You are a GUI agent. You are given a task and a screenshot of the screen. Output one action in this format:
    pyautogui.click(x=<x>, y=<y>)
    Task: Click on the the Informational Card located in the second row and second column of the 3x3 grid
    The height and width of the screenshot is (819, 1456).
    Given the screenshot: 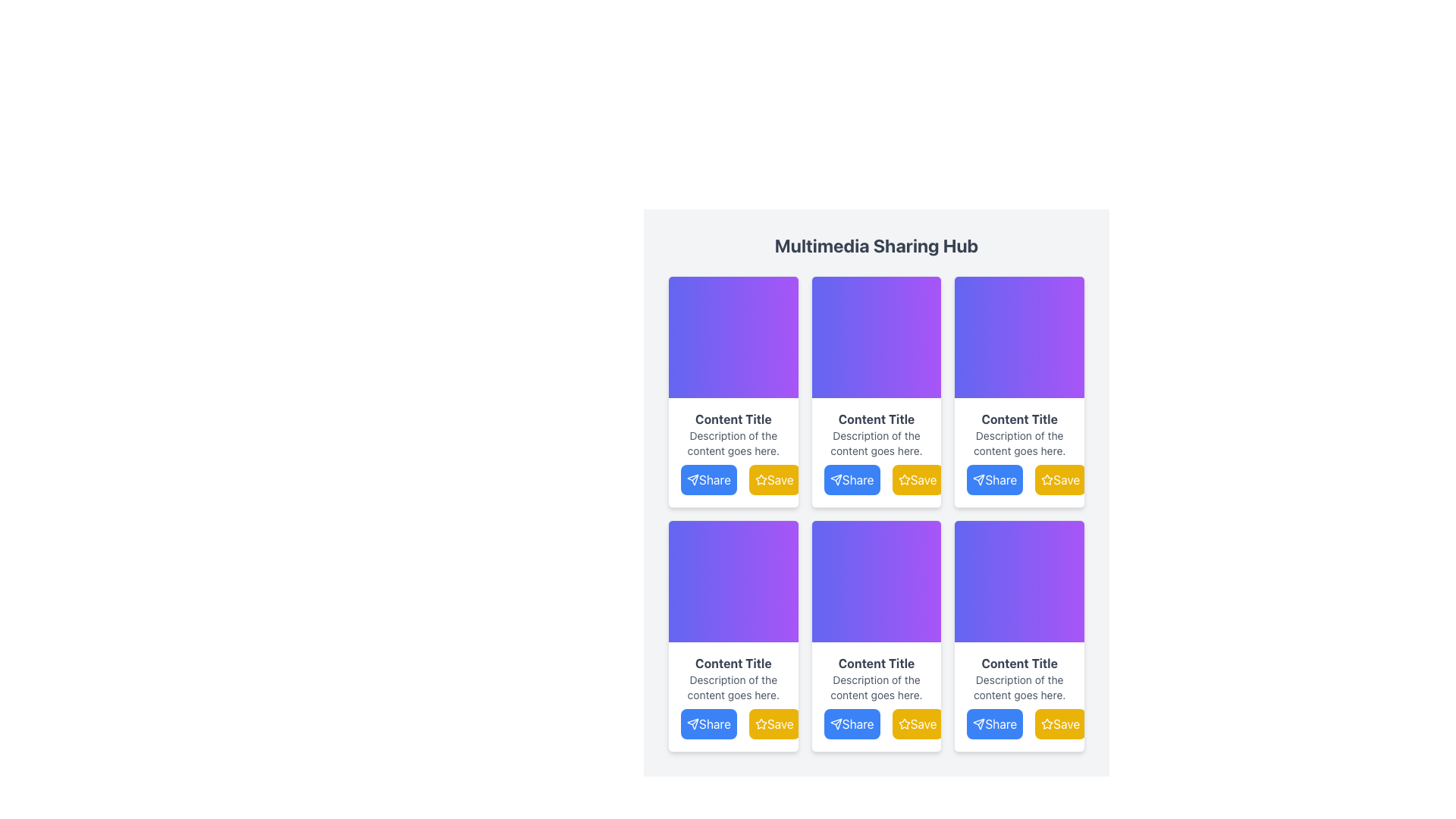 What is the action you would take?
    pyautogui.click(x=877, y=696)
    